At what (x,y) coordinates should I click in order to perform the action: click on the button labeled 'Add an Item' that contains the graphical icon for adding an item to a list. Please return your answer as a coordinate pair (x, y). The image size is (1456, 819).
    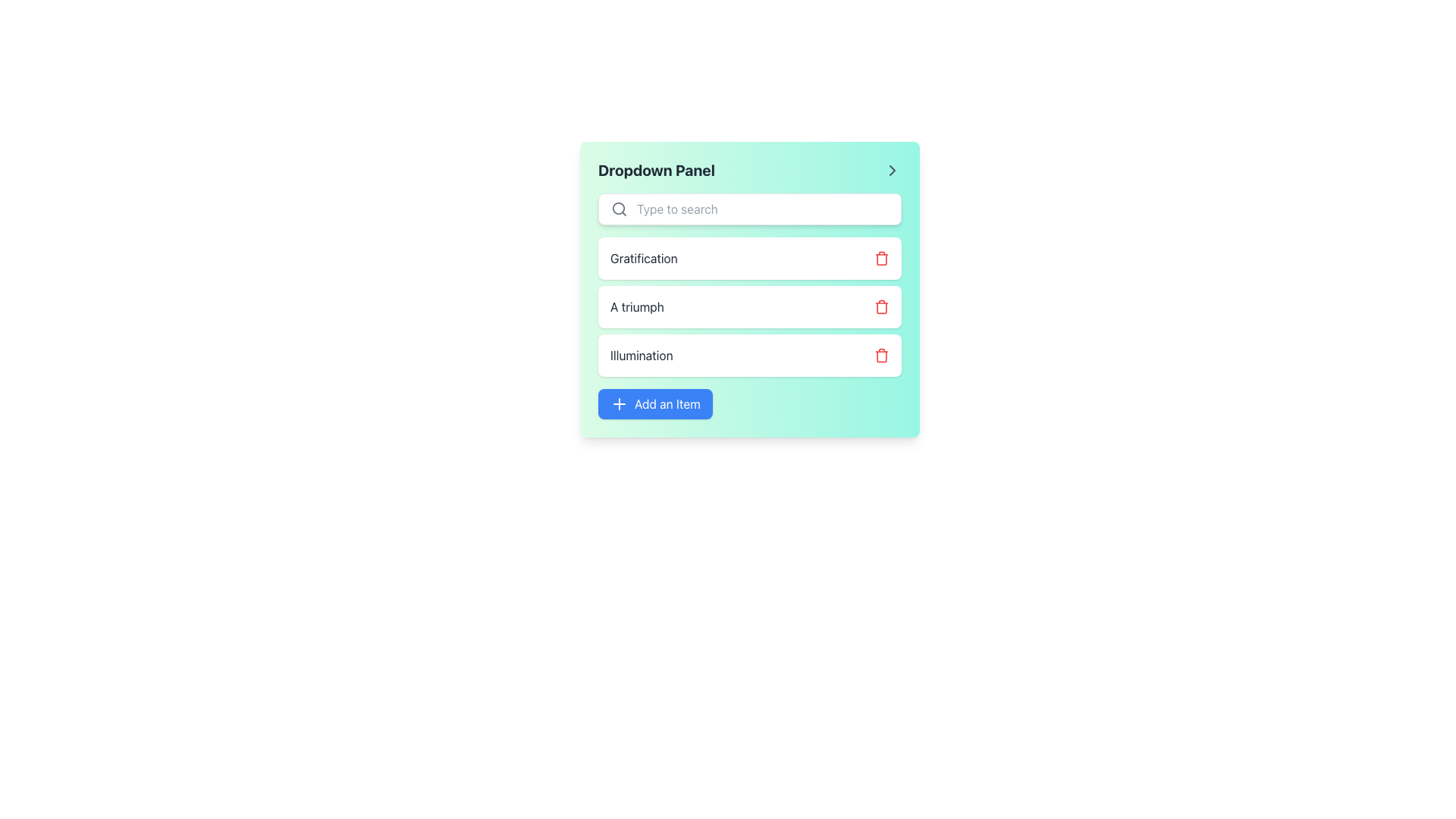
    Looking at the image, I should click on (619, 403).